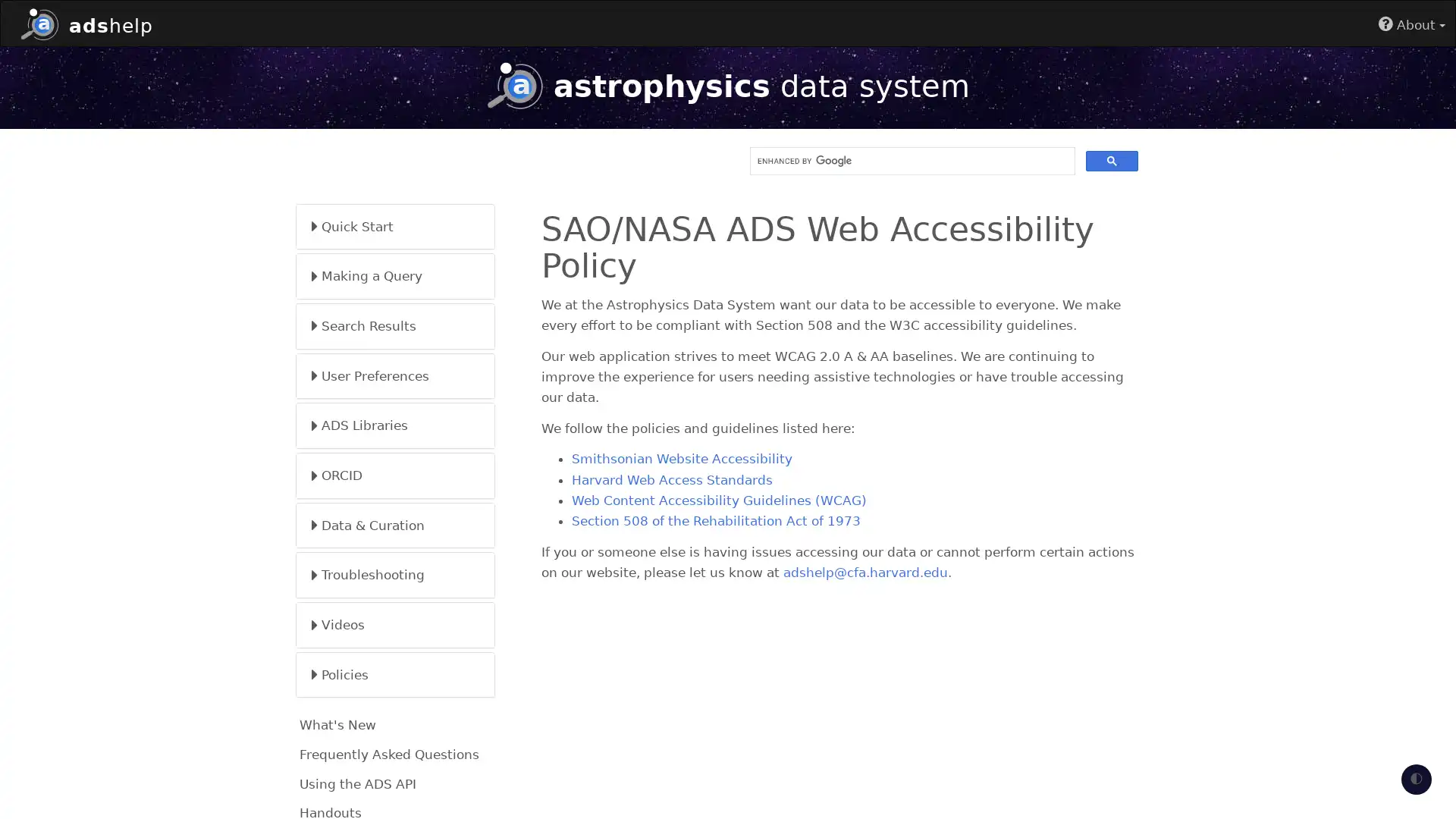 The image size is (1456, 819). What do you see at coordinates (395, 673) in the screenshot?
I see `Policies` at bounding box center [395, 673].